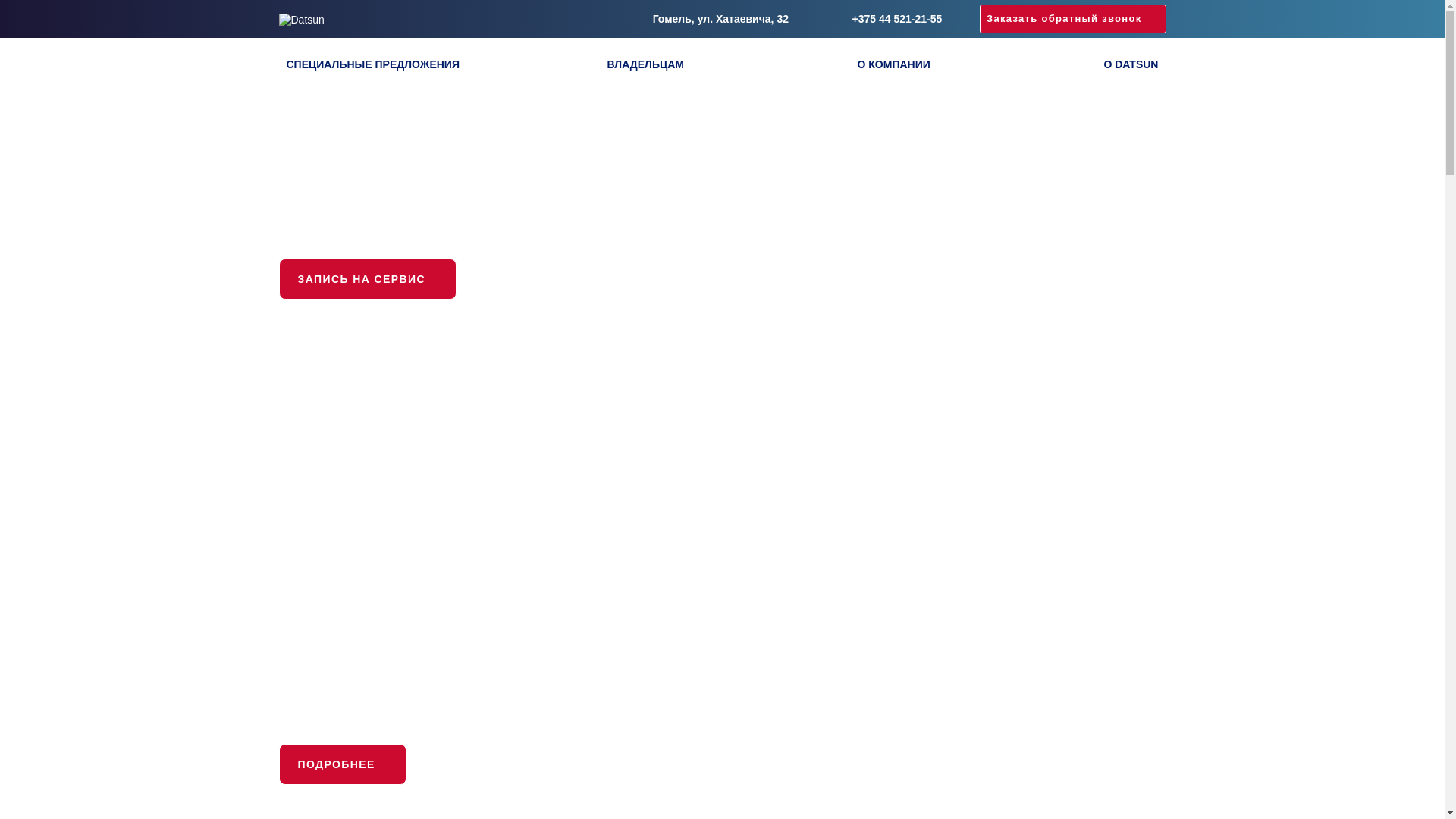 This screenshot has height=819, width=1456. Describe the element at coordinates (884, 18) in the screenshot. I see `'+375 44 521-21-55'` at that location.